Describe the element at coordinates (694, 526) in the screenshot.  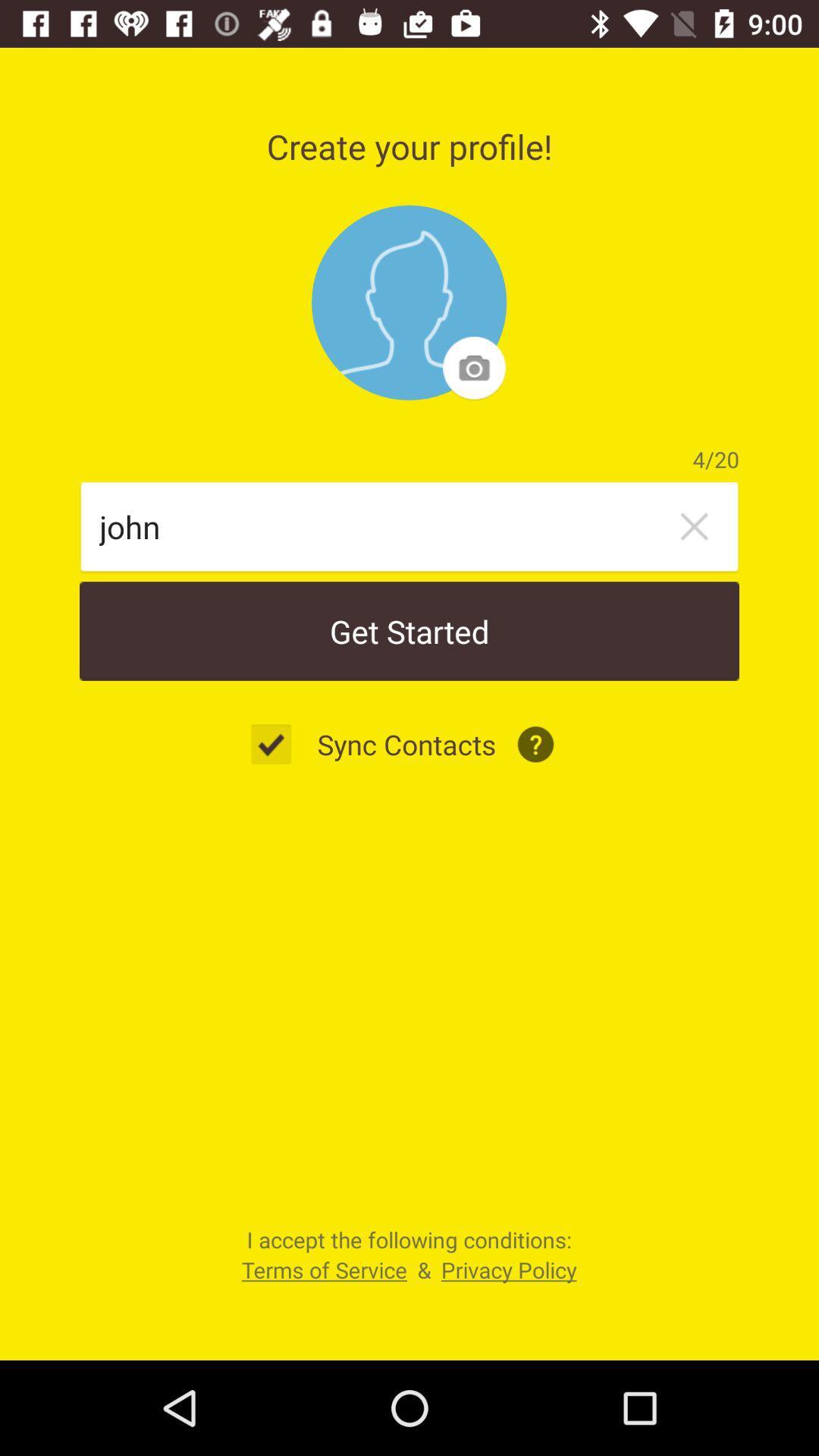
I see `item to the right of john item` at that location.